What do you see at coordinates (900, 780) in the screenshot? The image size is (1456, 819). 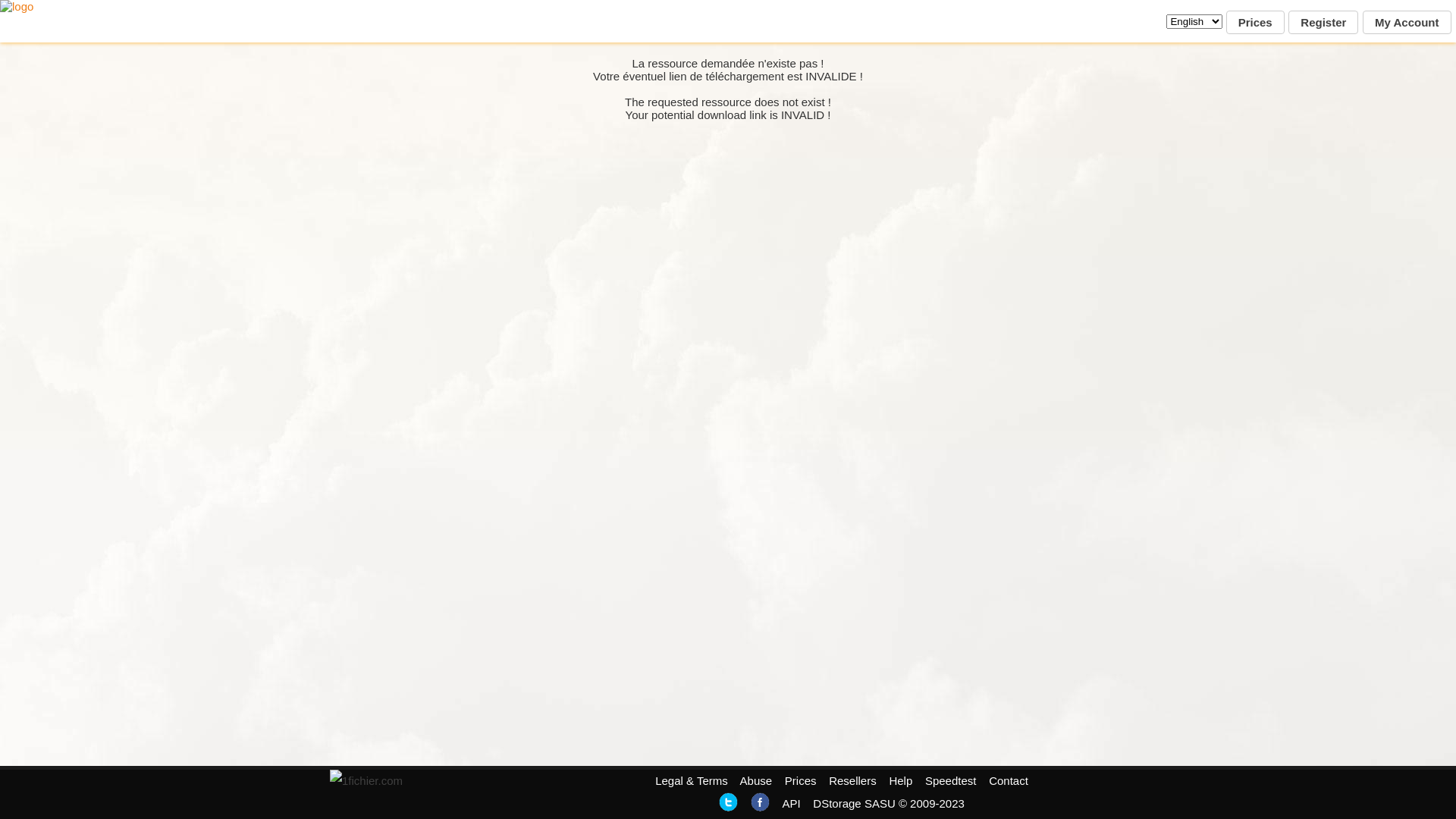 I see `'Help'` at bounding box center [900, 780].